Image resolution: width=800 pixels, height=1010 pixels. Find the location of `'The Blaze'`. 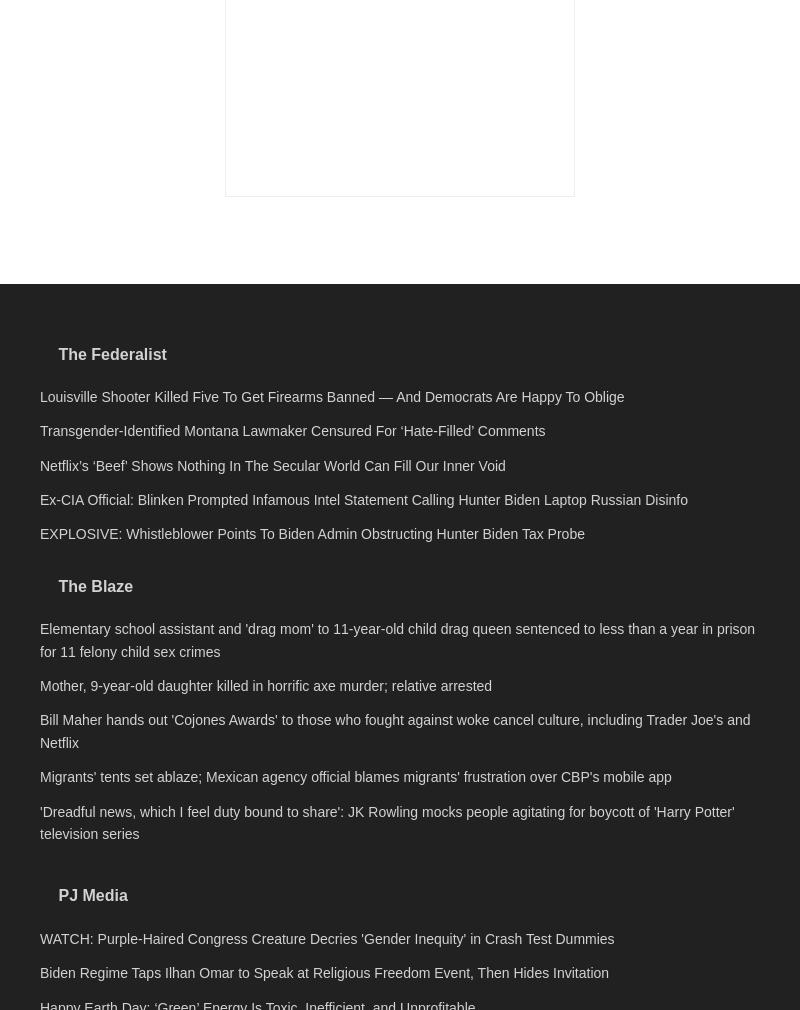

'The Blaze' is located at coordinates (95, 866).